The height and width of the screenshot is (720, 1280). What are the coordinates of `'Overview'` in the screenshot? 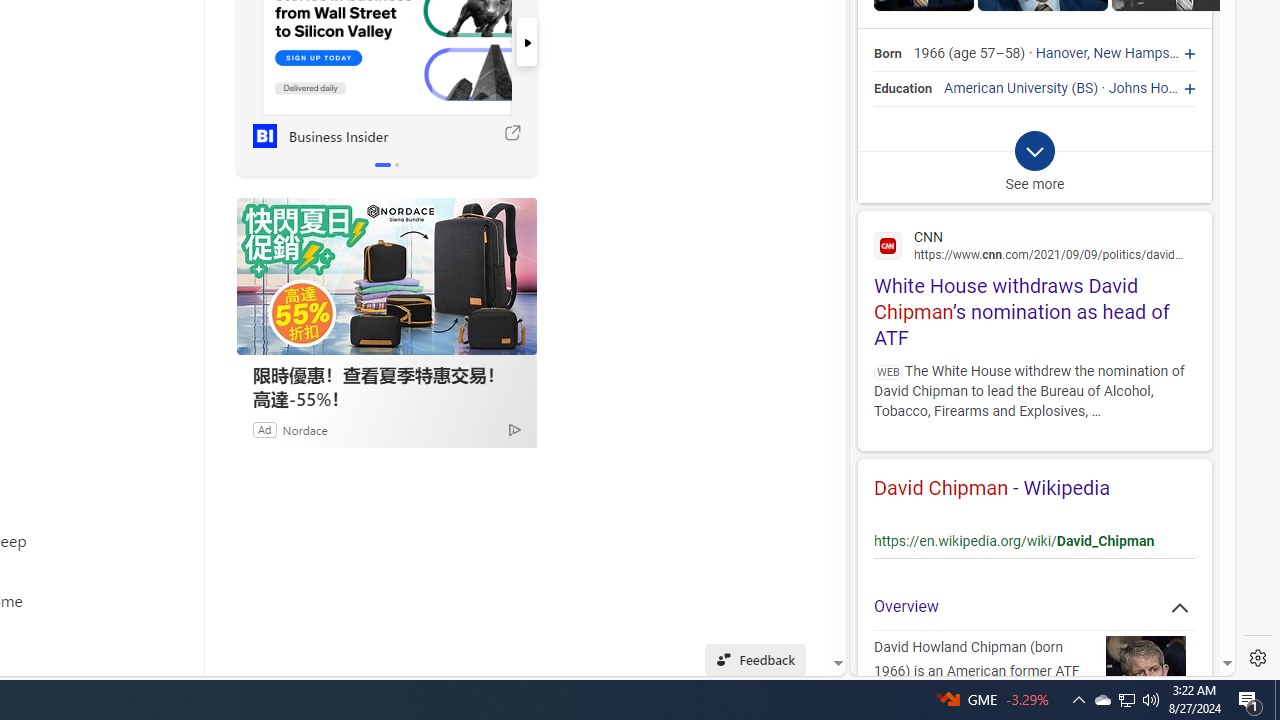 It's located at (1034, 606).